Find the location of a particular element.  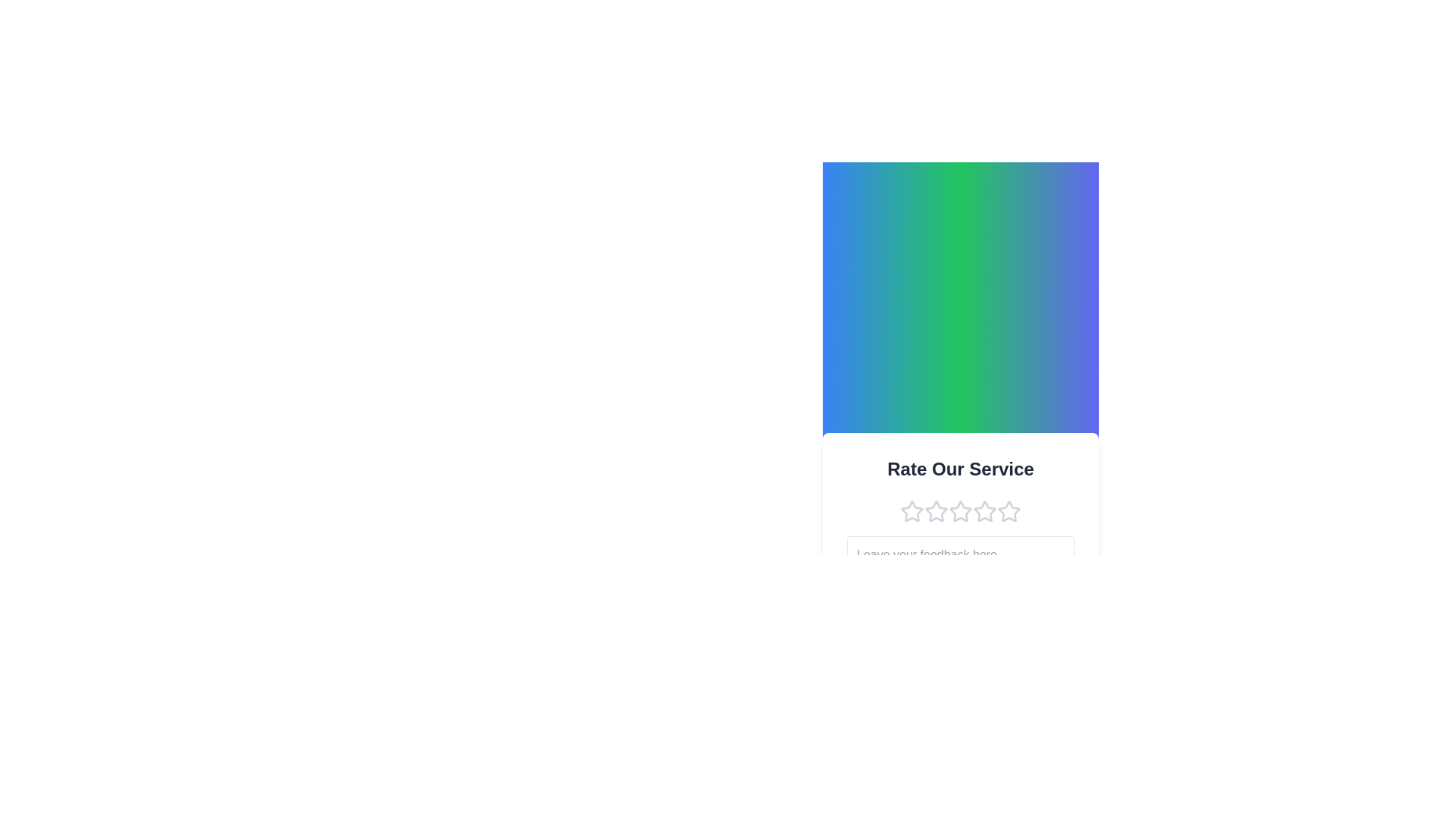

the second star in the star rating component is located at coordinates (935, 511).